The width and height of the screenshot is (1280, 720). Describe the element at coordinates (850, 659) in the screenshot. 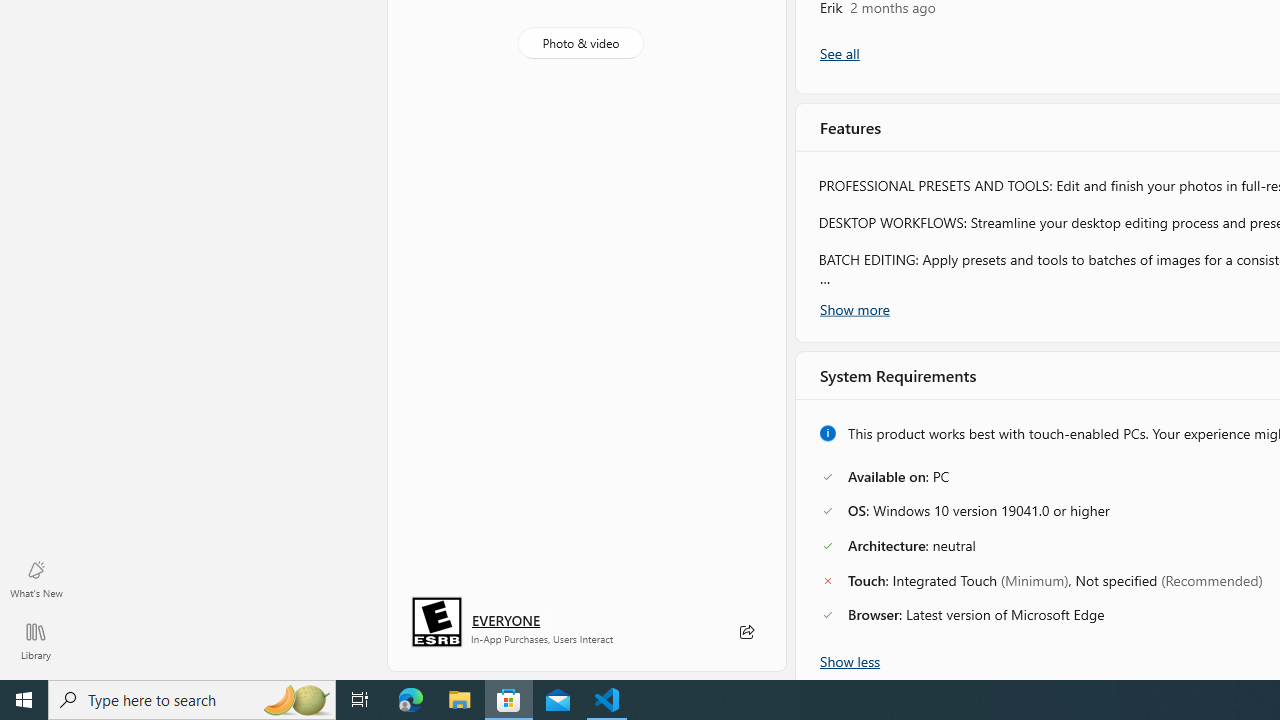

I see `'Show less'` at that location.